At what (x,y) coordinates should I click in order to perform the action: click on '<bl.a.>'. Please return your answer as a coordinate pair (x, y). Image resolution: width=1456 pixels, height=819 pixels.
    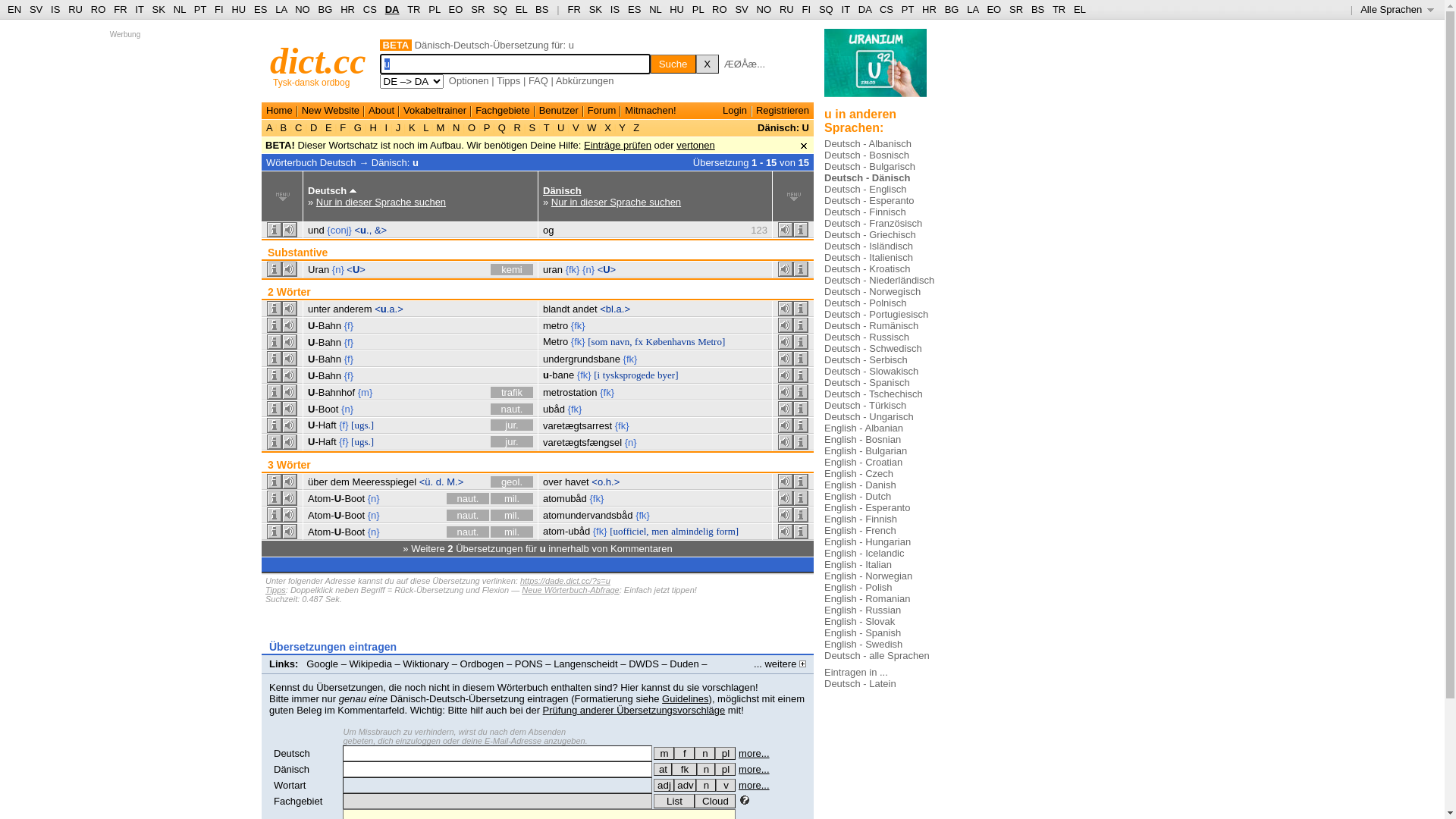
    Looking at the image, I should click on (615, 308).